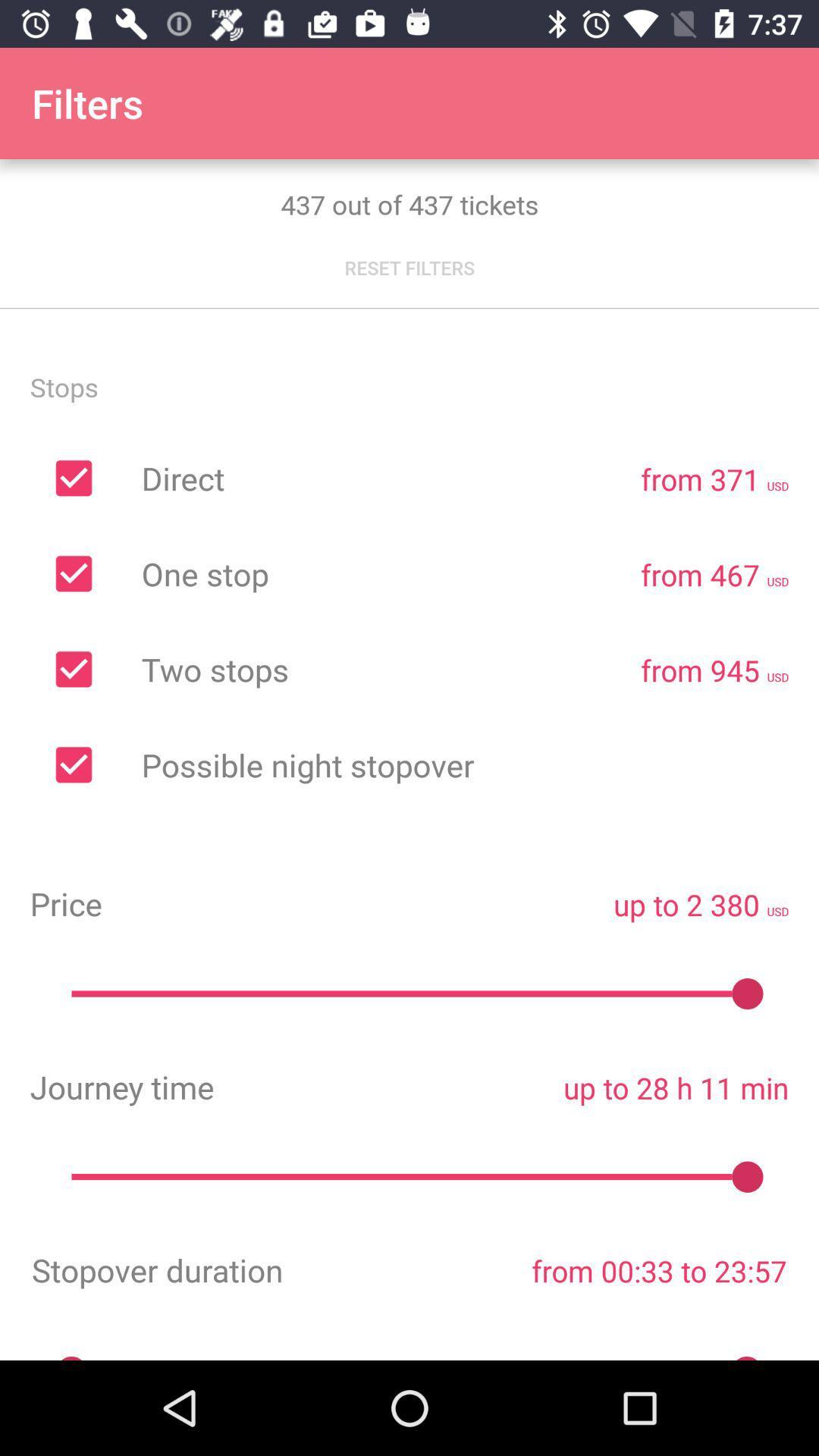  What do you see at coordinates (409, 268) in the screenshot?
I see `the item below 437 out of icon` at bounding box center [409, 268].